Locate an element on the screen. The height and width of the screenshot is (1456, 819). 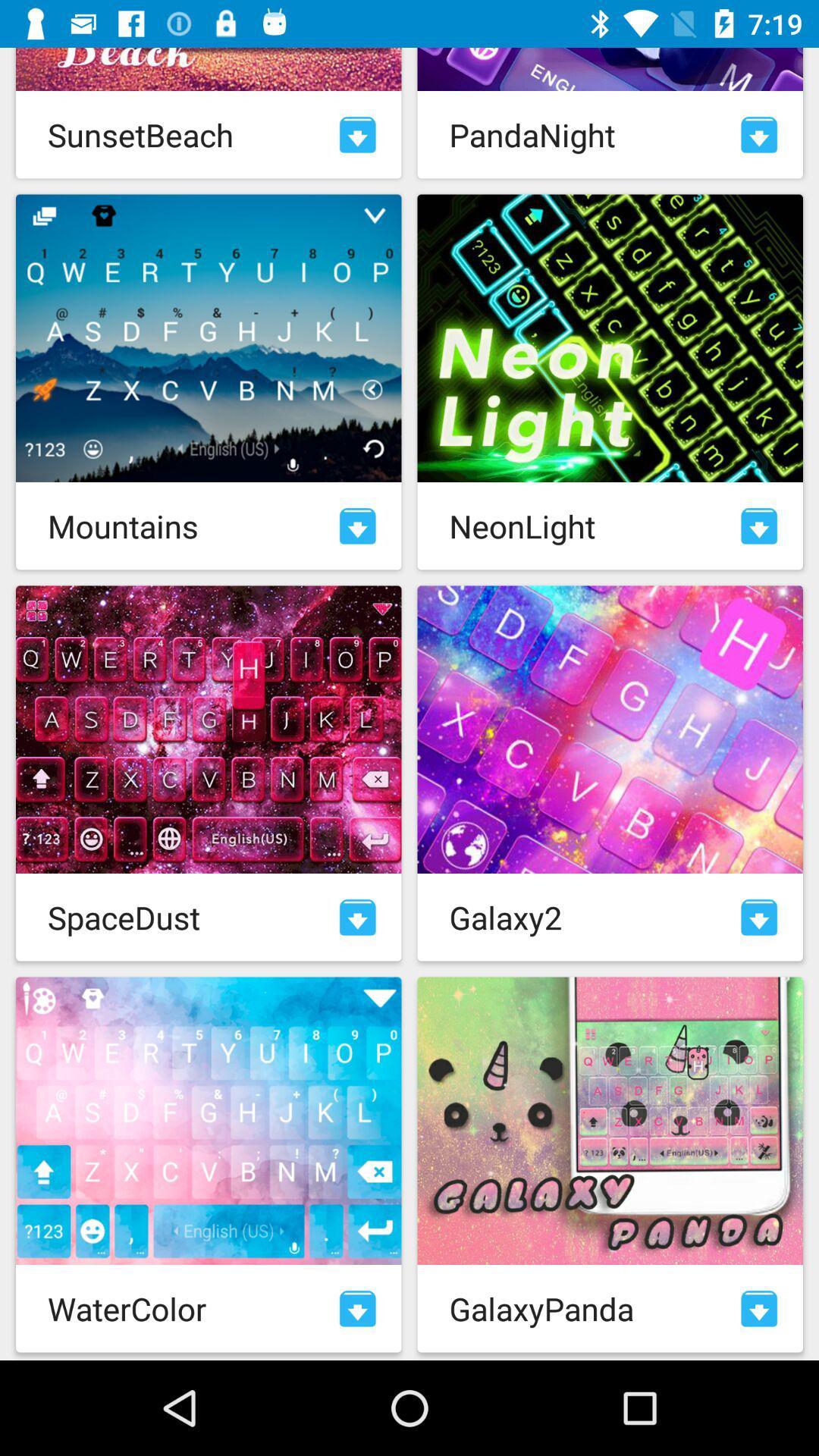
download theme is located at coordinates (357, 1307).